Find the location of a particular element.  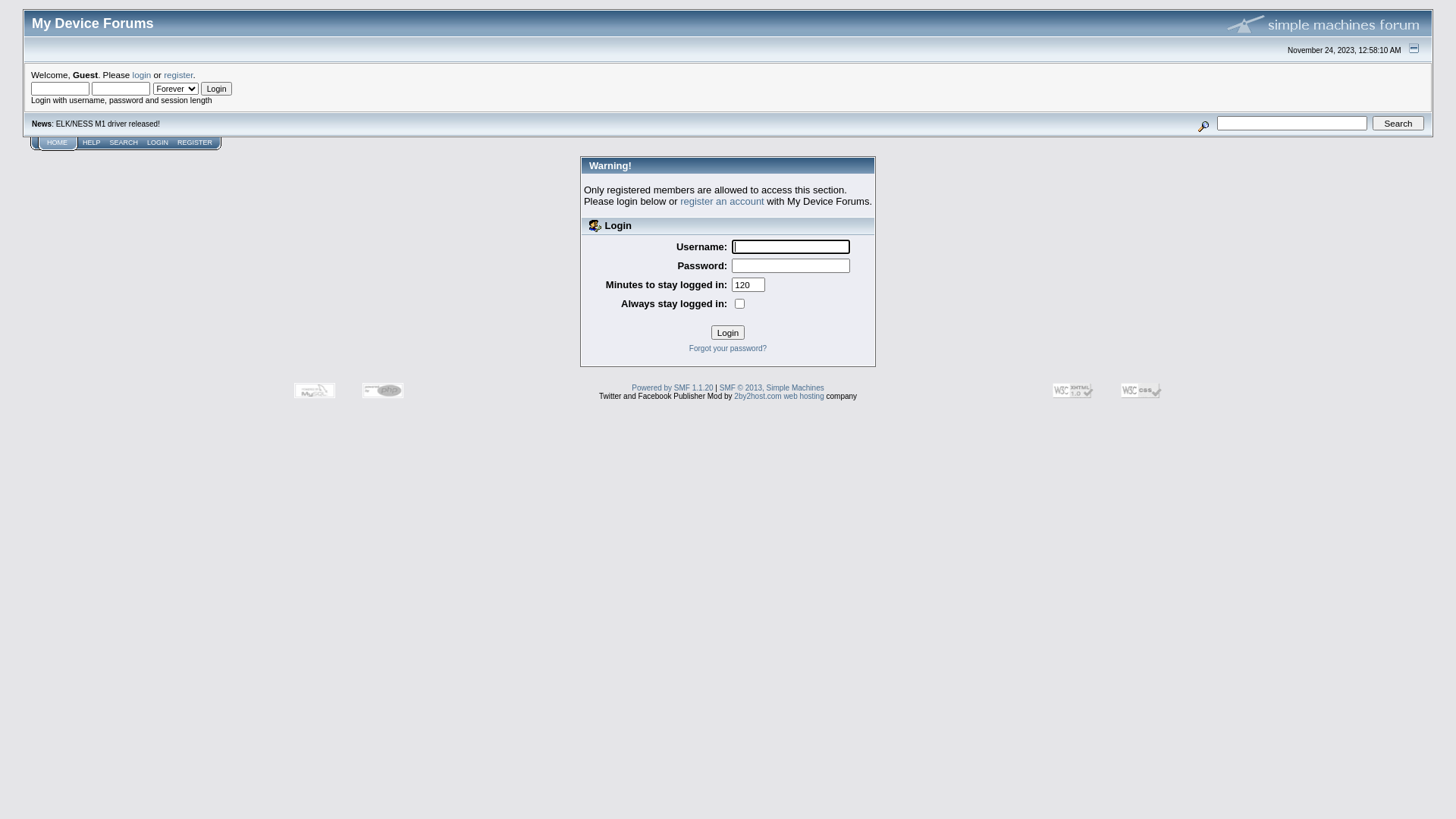

'HELP' is located at coordinates (90, 143).